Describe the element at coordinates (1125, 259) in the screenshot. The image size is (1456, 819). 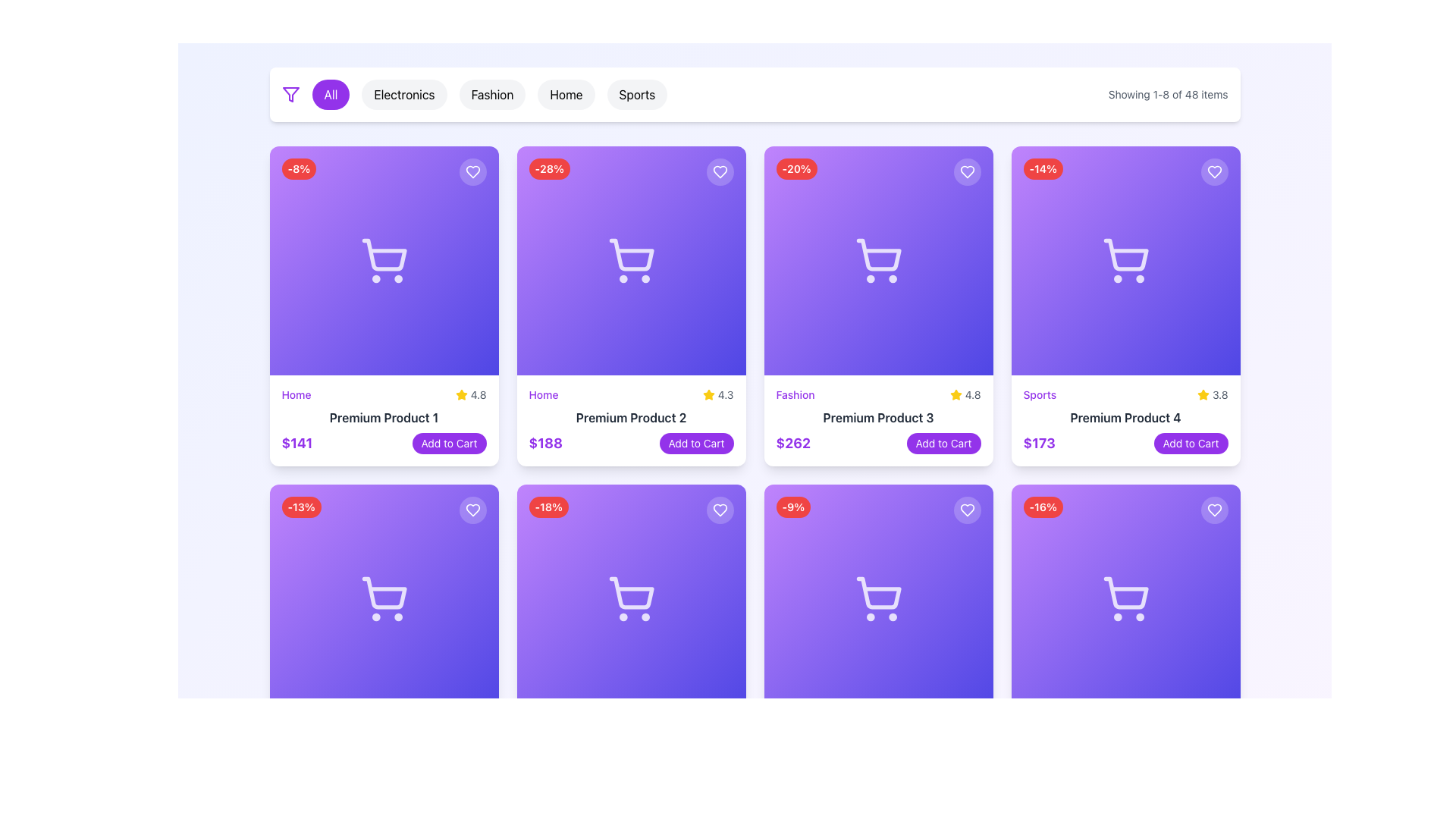
I see `the purple square card featuring a shopping cart icon and a red badge with '-14%' for 'Premium Product 4' located in the top-right corner of the grid layout` at that location.